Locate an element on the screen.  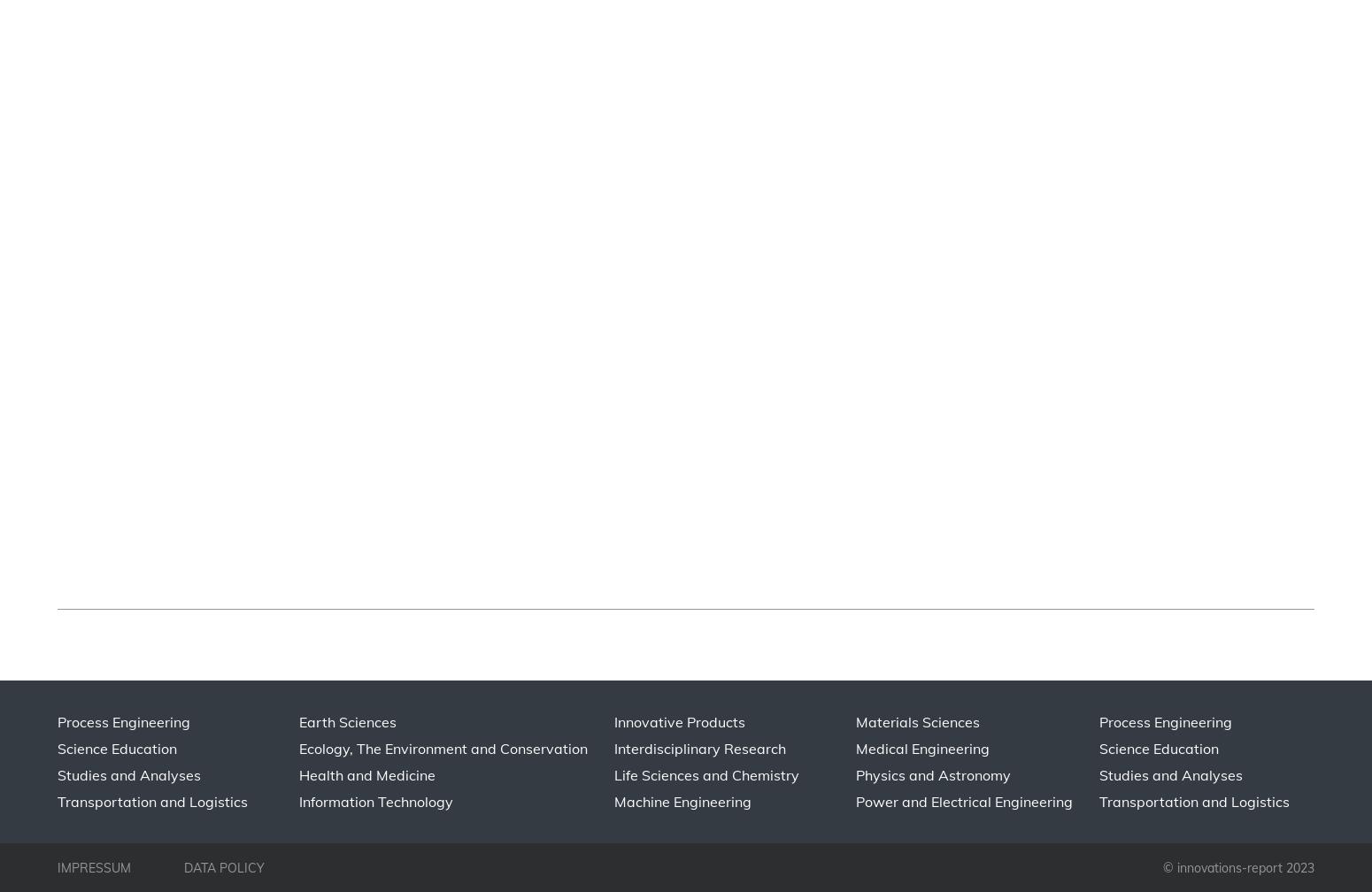
'Earth Sciences' is located at coordinates (347, 721).